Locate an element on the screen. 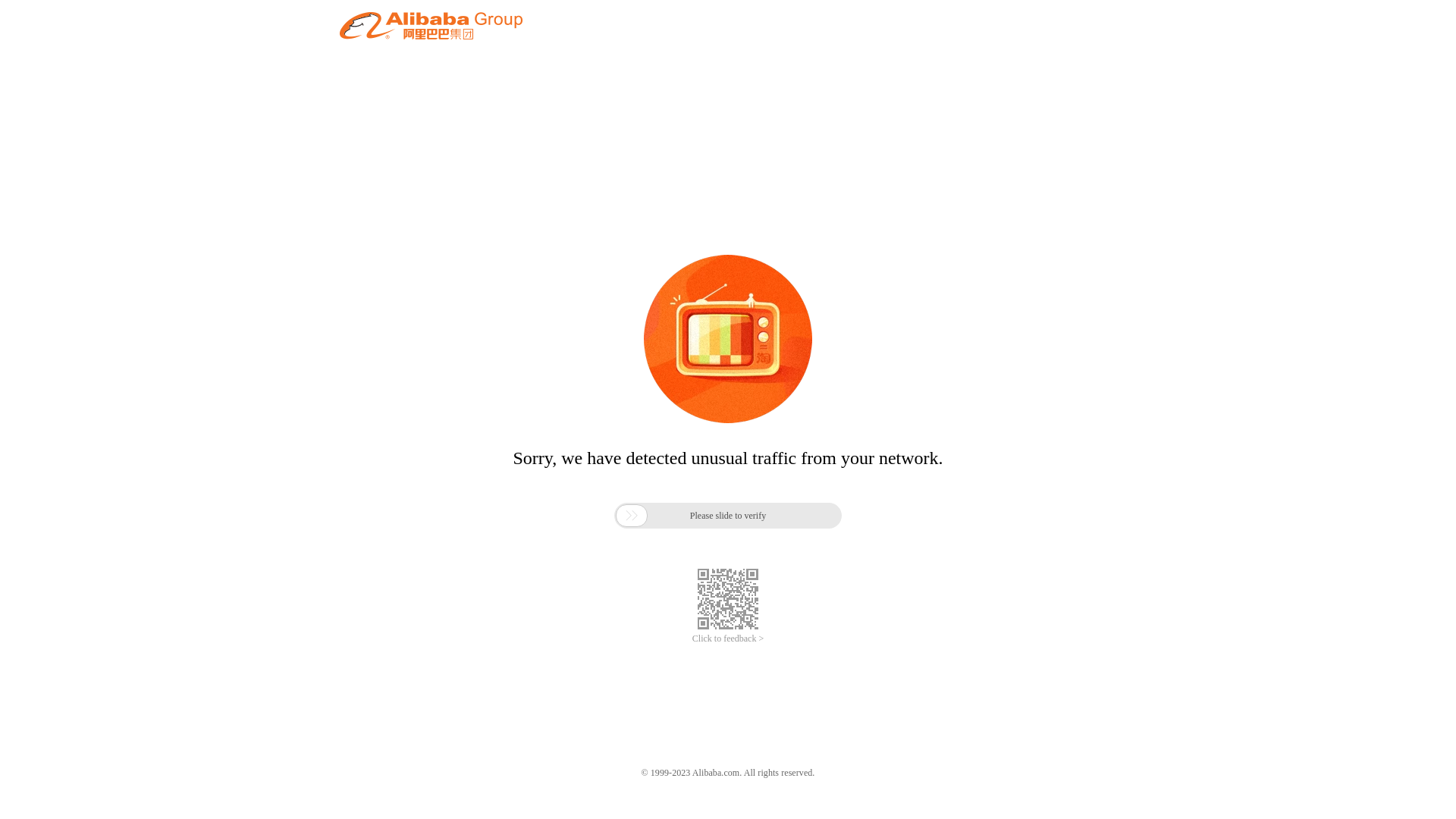  'Click to feedback >' is located at coordinates (728, 639).